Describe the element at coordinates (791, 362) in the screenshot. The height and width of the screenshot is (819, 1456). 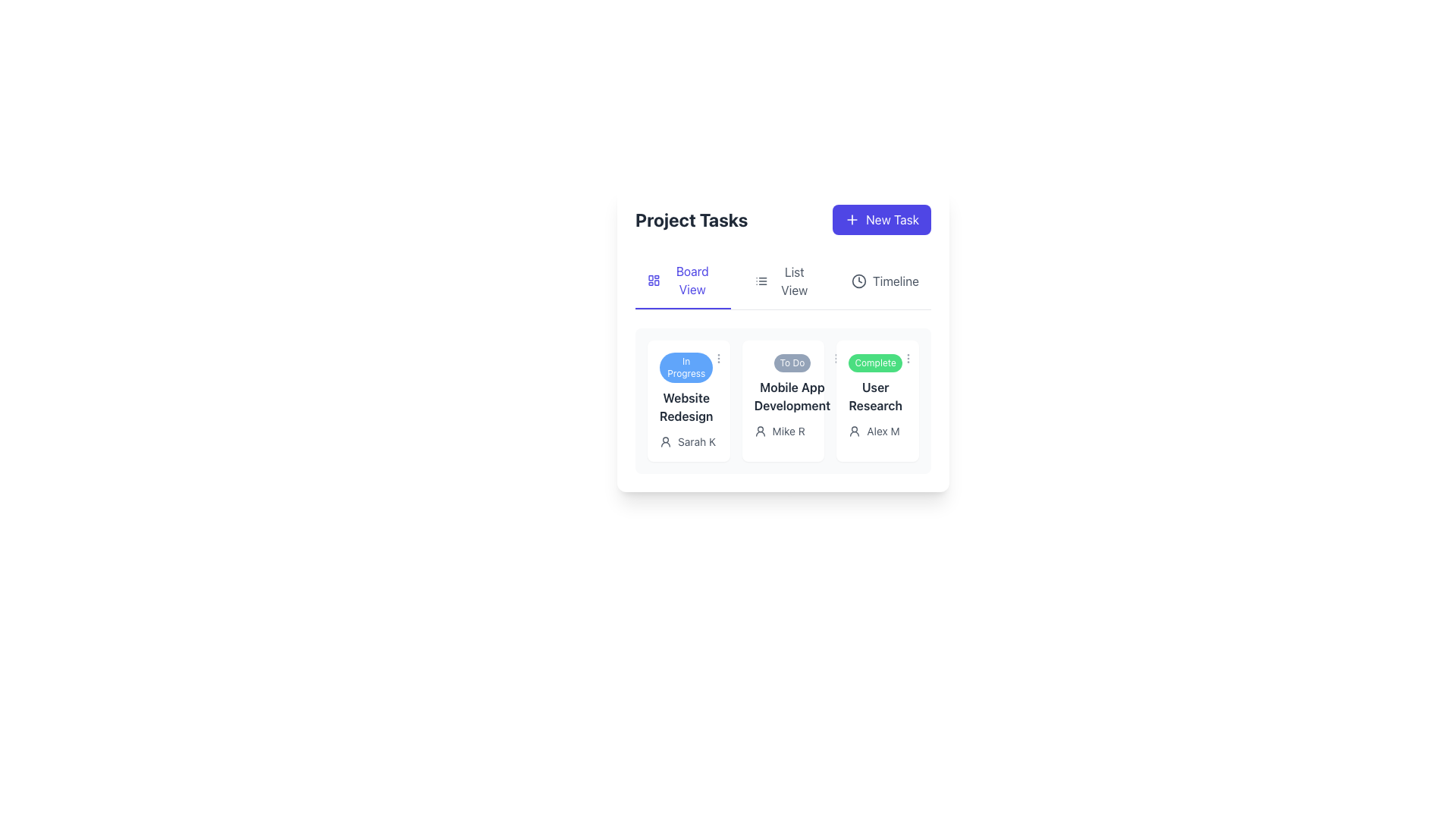
I see `the rounded badge labeled 'To Do' with a gray background and white text, located at the top-left corner of the 'Mobile App Development' task card` at that location.